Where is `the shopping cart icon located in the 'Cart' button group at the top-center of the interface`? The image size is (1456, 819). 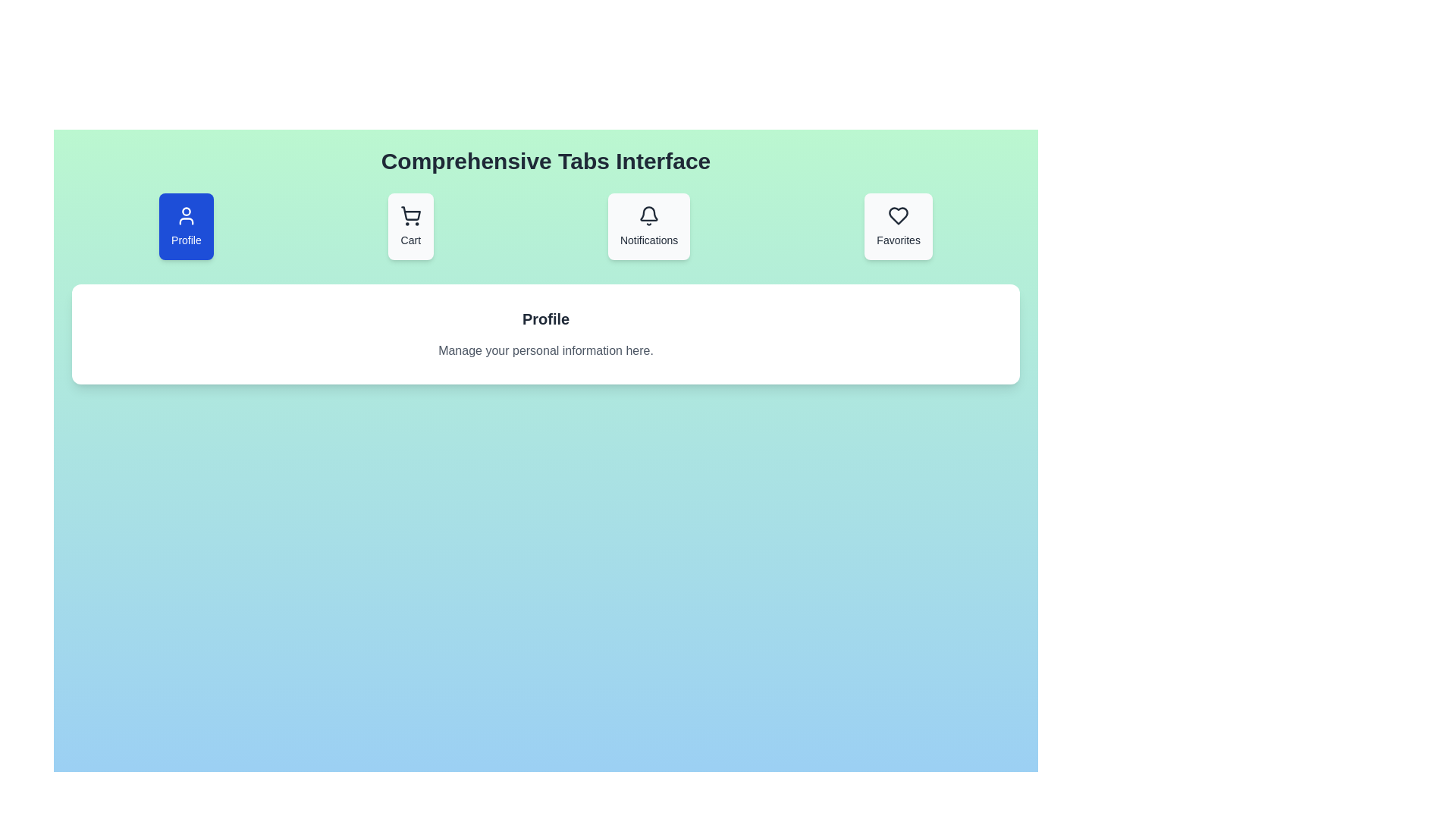
the shopping cart icon located in the 'Cart' button group at the top-center of the interface is located at coordinates (411, 213).